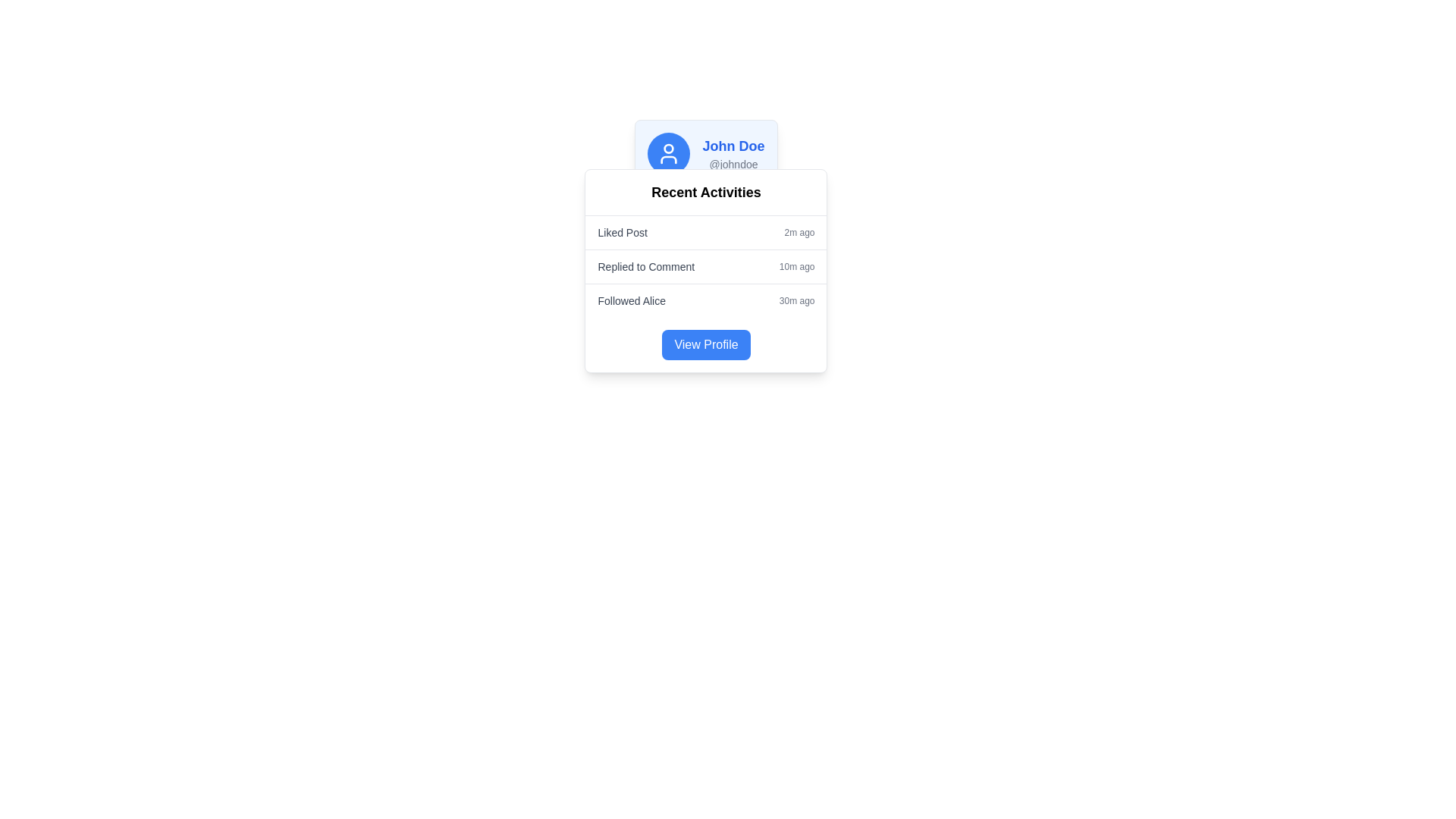 This screenshot has width=1456, height=819. I want to click on the text label displaying 'Followed Alice', which is a smaller gray font indicating a recent activity in the user interface card, so click(632, 301).